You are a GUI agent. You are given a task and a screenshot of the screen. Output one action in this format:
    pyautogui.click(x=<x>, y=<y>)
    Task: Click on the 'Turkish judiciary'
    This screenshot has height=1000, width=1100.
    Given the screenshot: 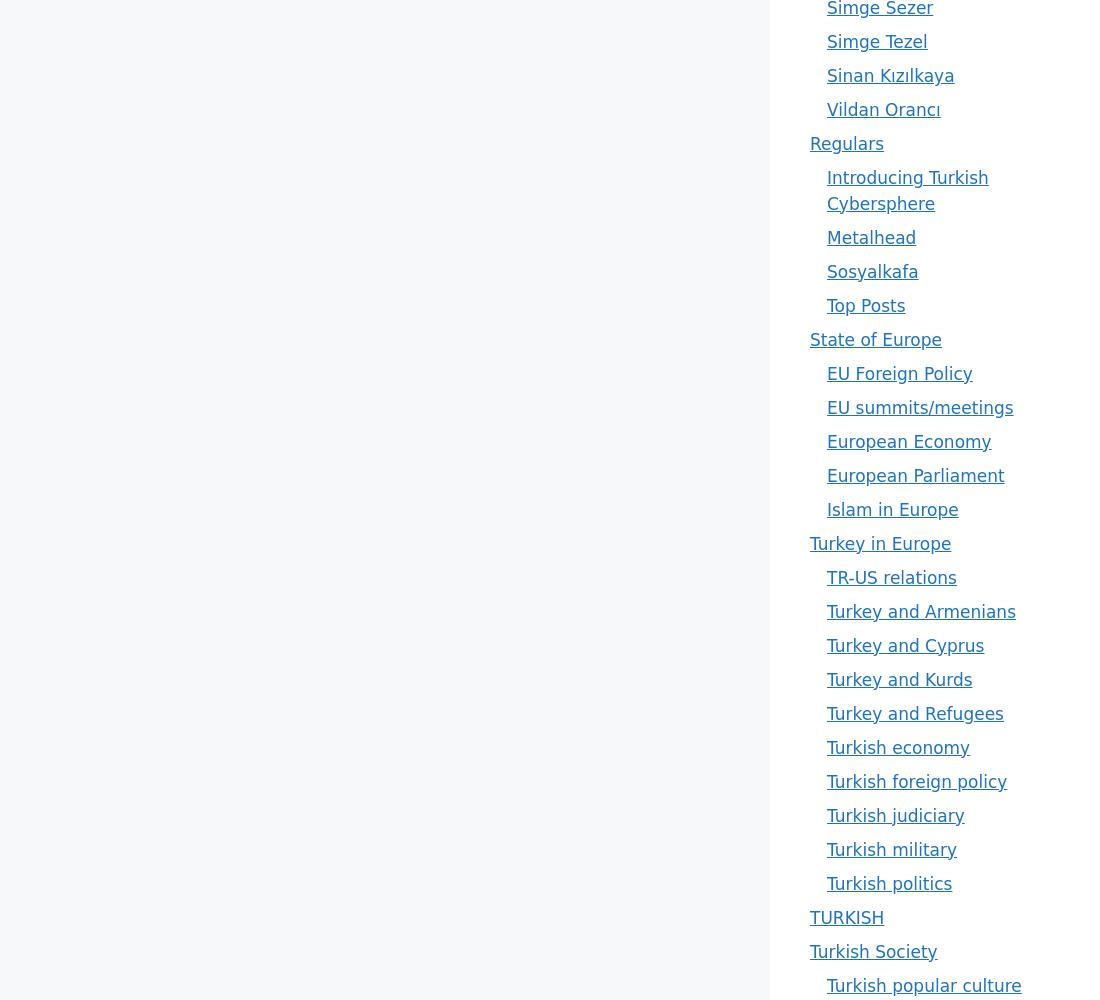 What is the action you would take?
    pyautogui.click(x=895, y=814)
    